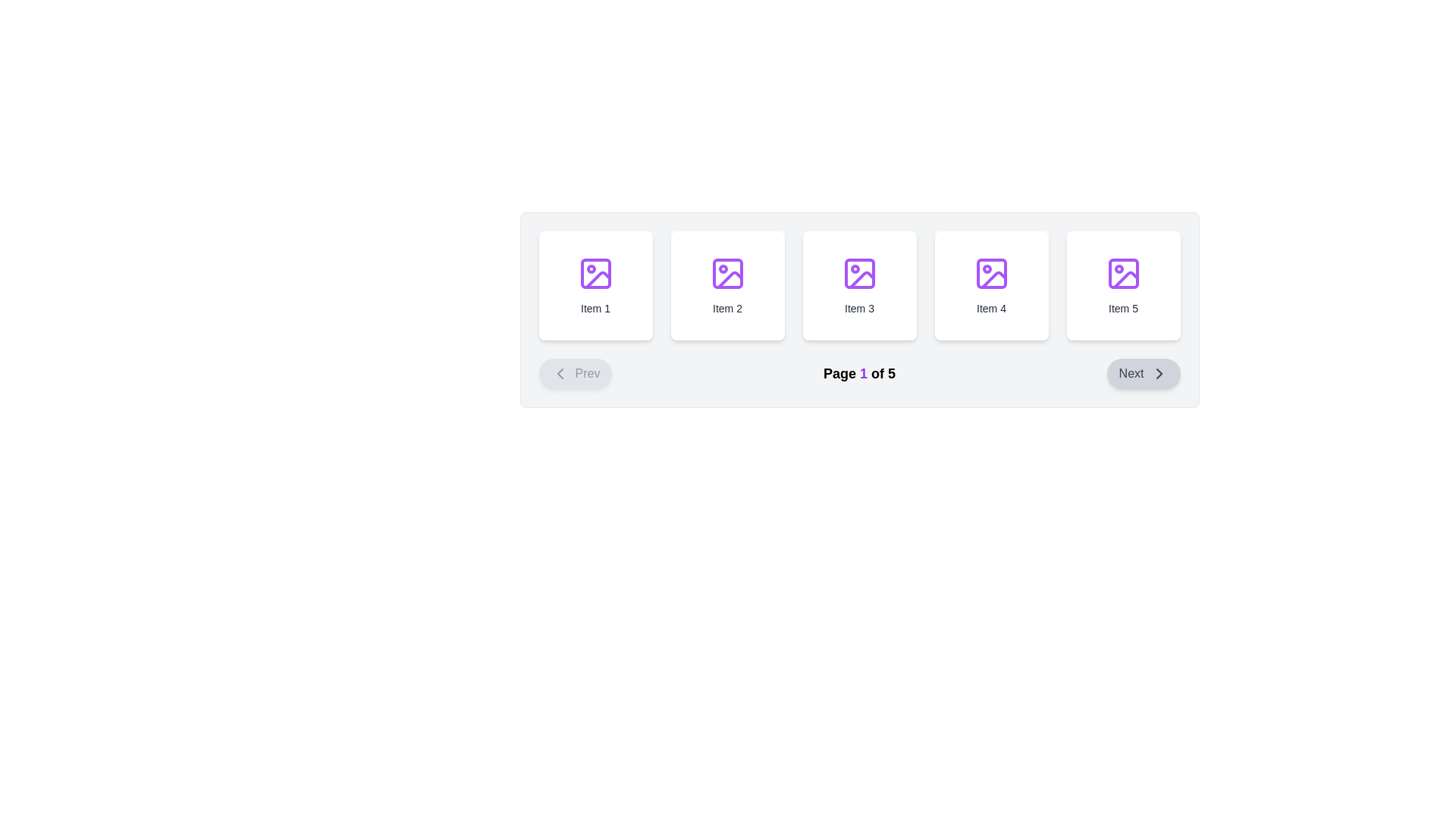 Image resolution: width=1456 pixels, height=819 pixels. Describe the element at coordinates (726, 274) in the screenshot. I see `the bright purple SVG icon depicting a picture frame with a mountain shape inside, located in the second column of the grid layout within the 'Item 2' card` at that location.